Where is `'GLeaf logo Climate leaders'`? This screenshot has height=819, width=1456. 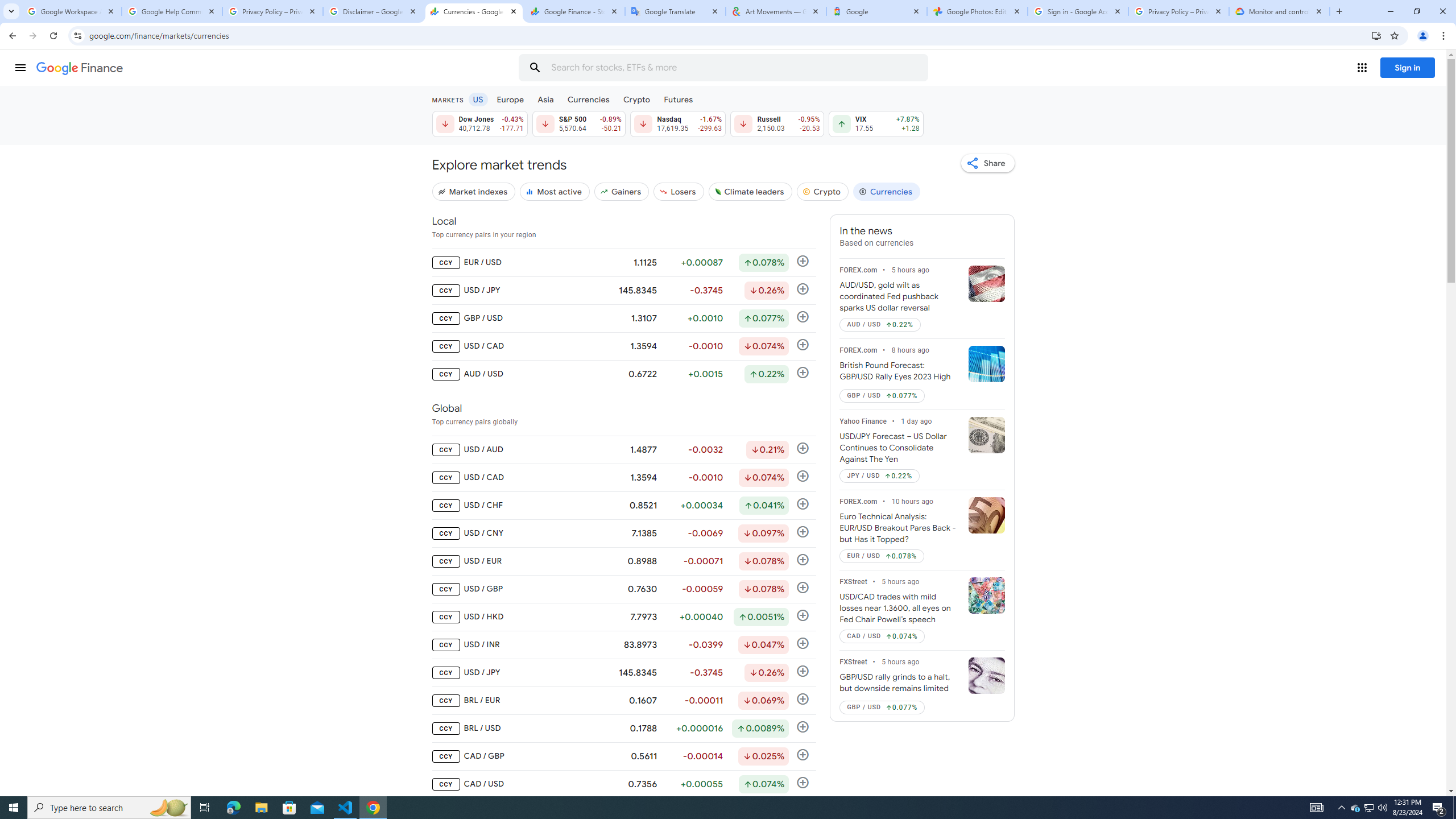
'GLeaf logo Climate leaders' is located at coordinates (749, 191).